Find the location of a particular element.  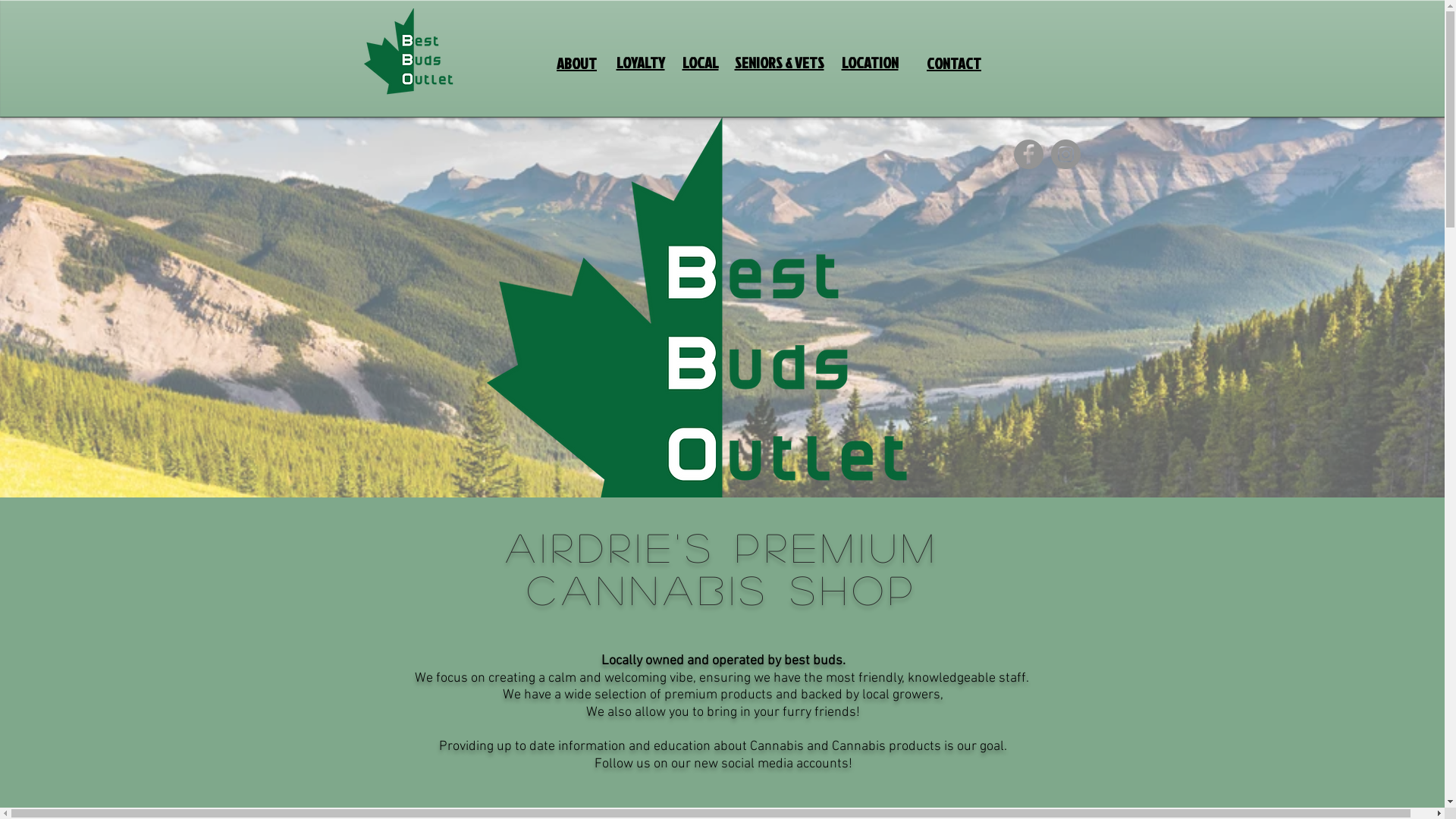

'LOYALTY' is located at coordinates (640, 62).